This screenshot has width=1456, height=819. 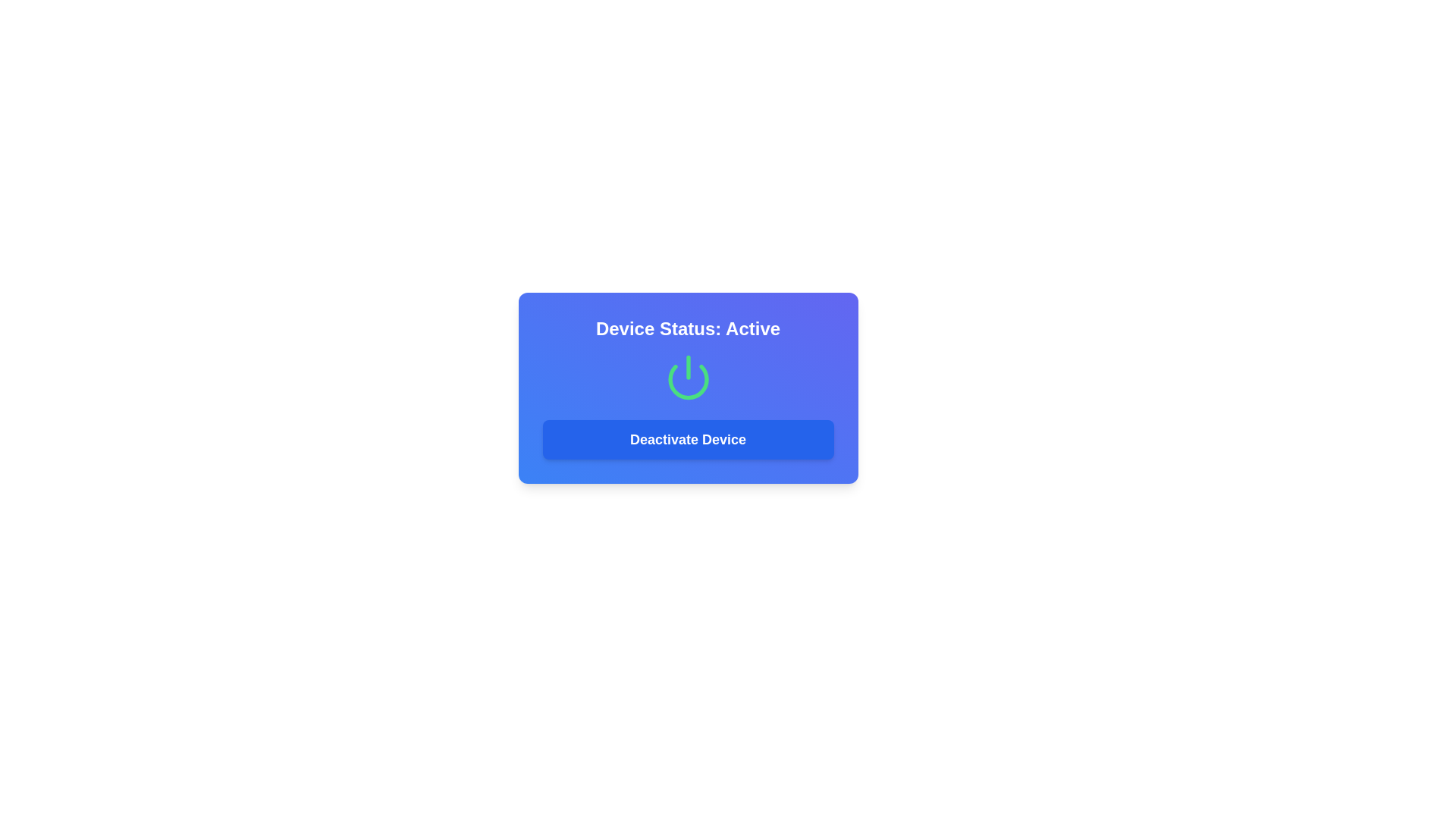 I want to click on the power status icon, which is located below the text 'Device Status: Active' and above the 'Deactivate Device' button, serving as a representation of the device's current power status, so click(x=687, y=376).